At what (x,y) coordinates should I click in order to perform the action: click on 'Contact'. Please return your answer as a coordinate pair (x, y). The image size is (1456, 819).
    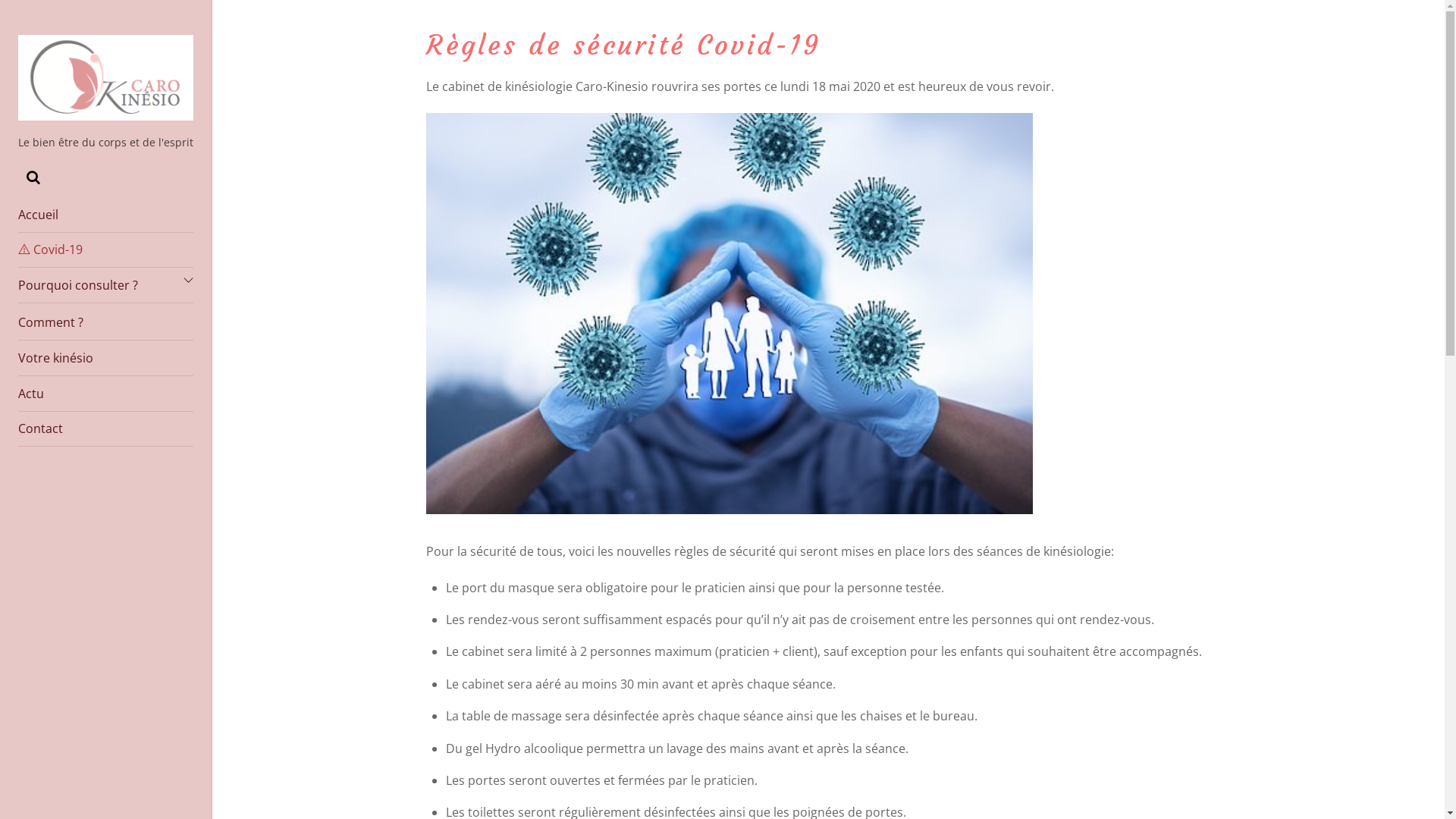
    Looking at the image, I should click on (105, 429).